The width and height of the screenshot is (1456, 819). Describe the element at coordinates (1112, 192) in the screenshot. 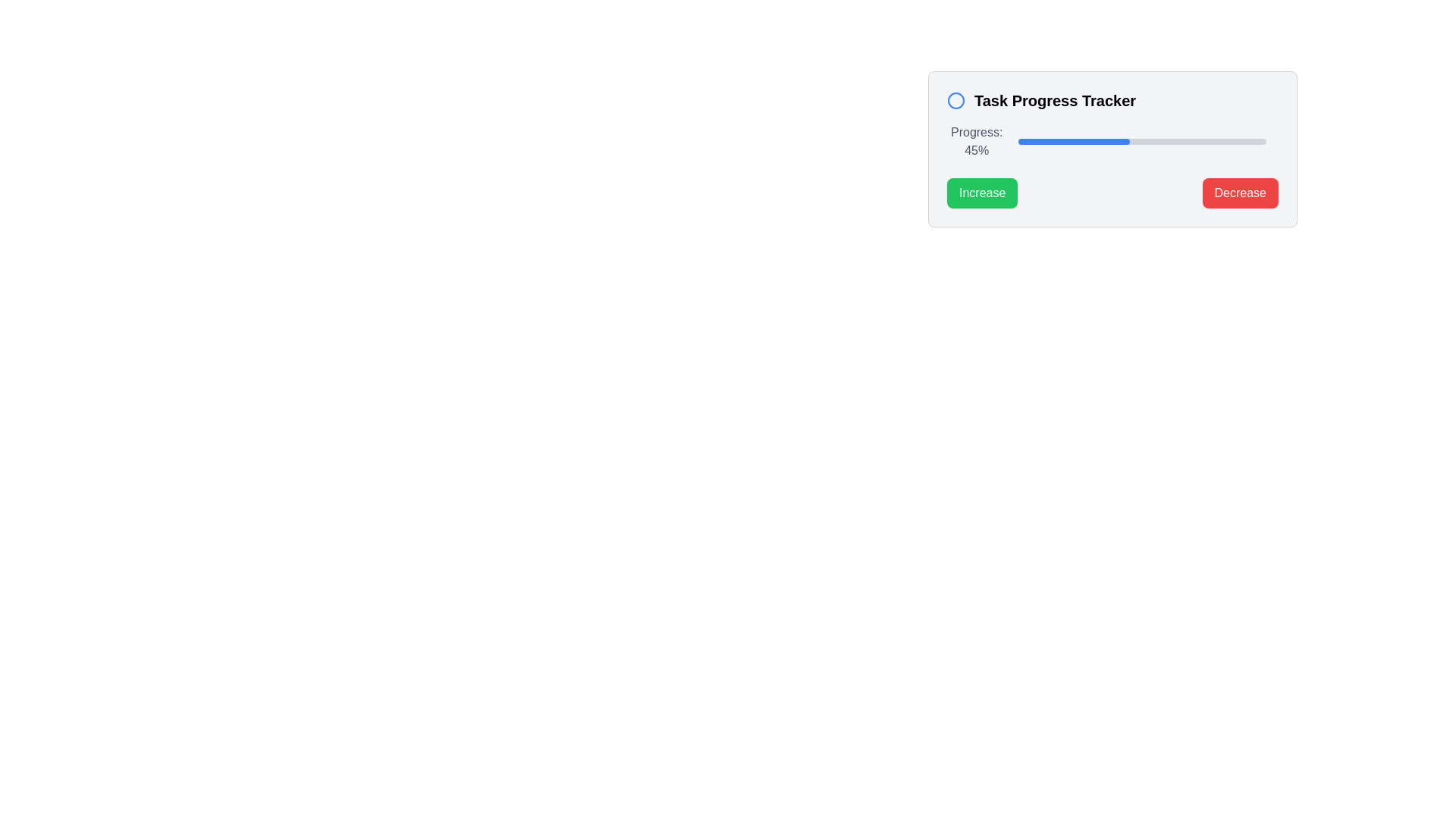

I see `the Horizontal button group containing the 'Increase' and 'Decrease' buttons for visual feedback` at that location.